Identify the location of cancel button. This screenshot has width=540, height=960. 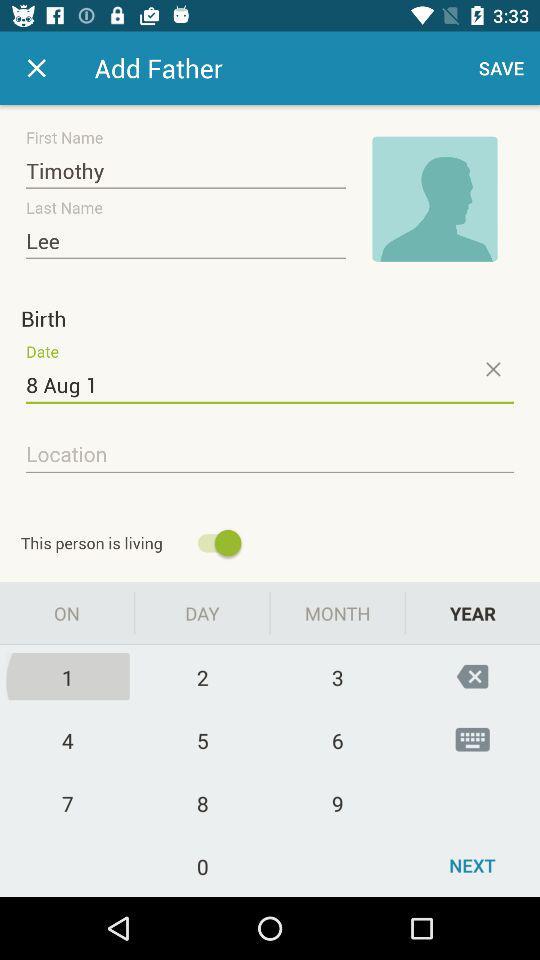
(491, 368).